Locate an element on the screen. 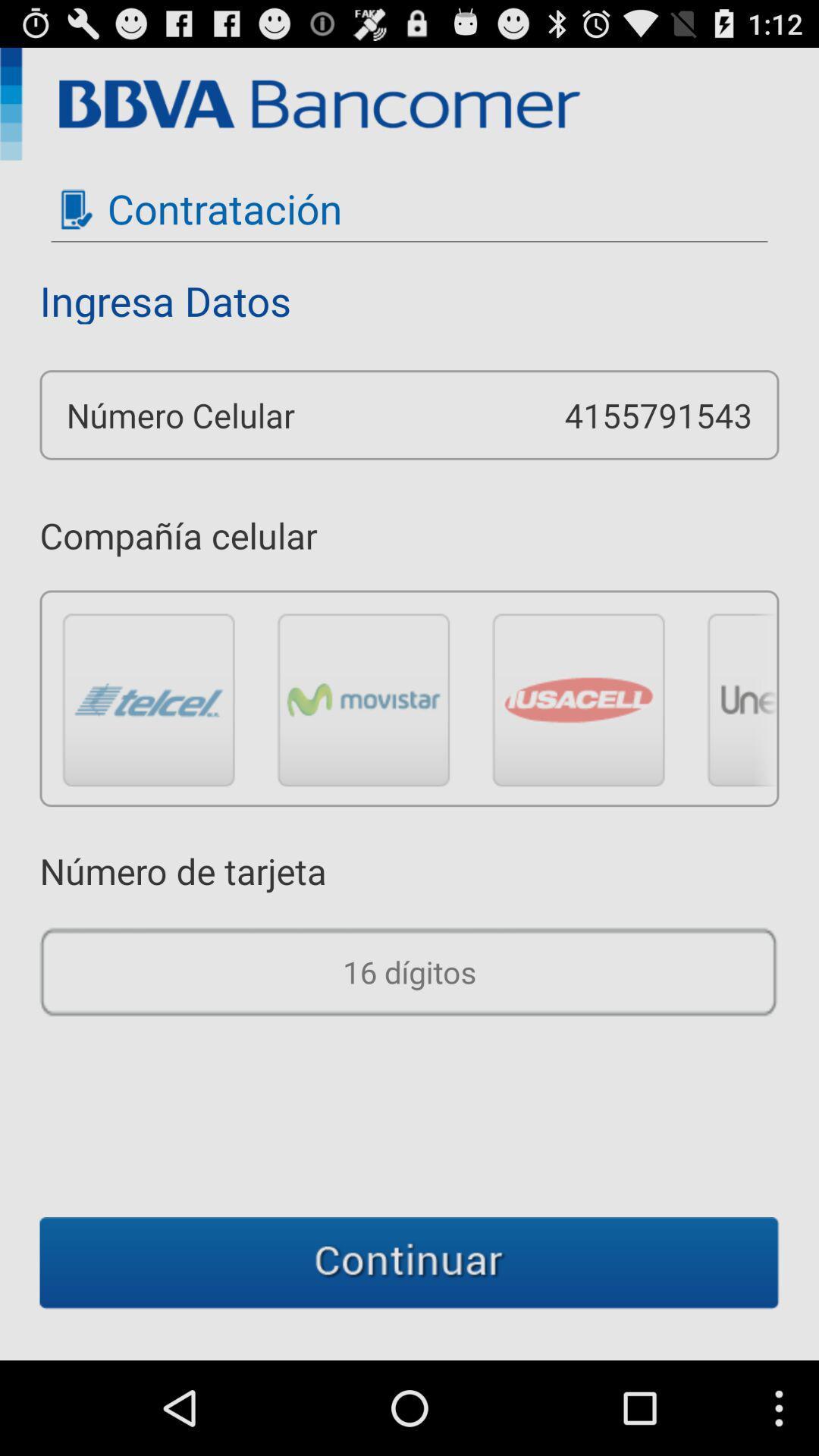  telcel button is located at coordinates (149, 698).